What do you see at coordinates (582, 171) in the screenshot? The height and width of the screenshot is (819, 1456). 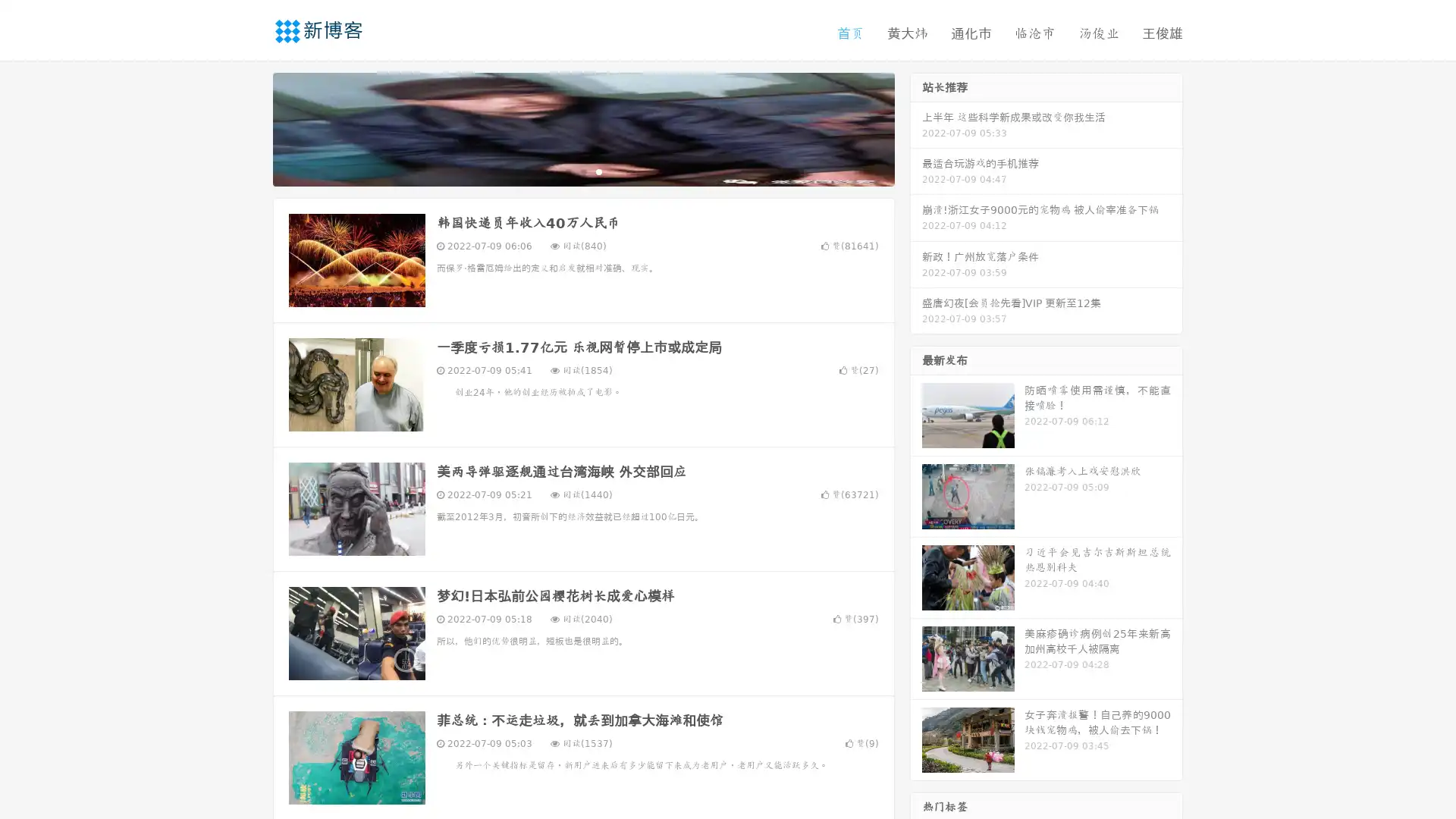 I see `Go to slide 2` at bounding box center [582, 171].